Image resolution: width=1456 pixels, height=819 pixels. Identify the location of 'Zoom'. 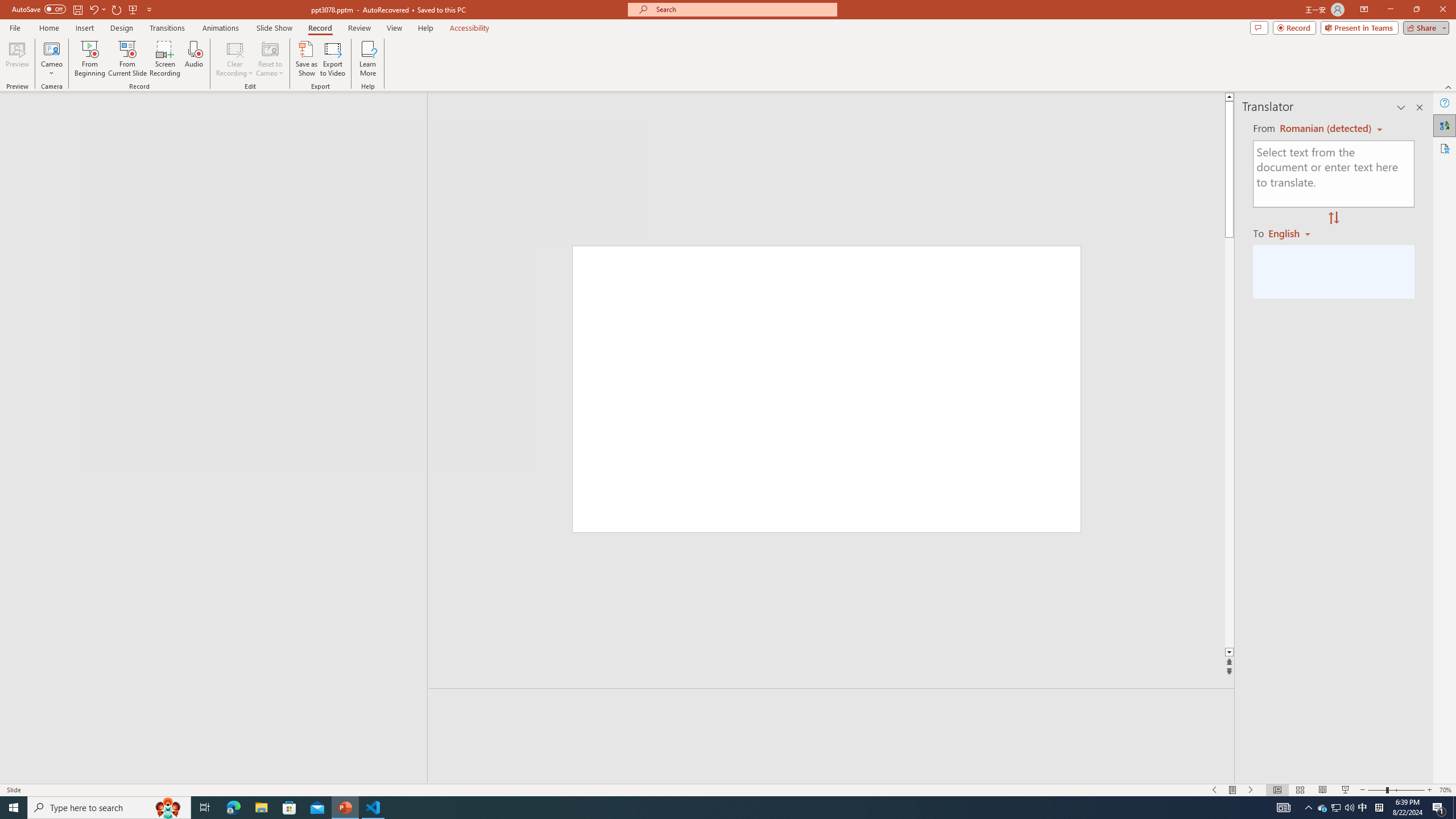
(1396, 790).